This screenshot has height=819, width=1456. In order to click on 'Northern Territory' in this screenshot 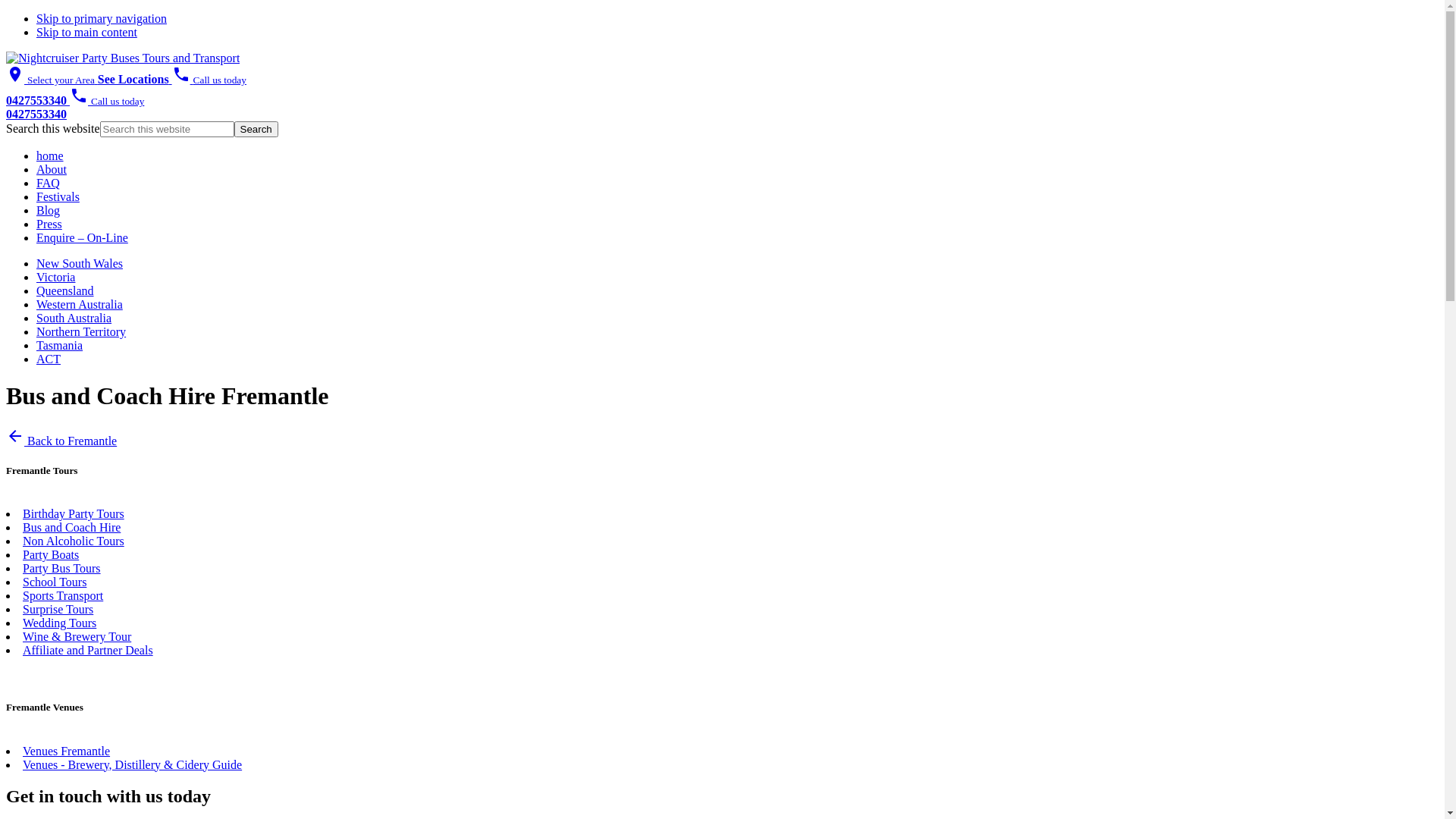, I will do `click(80, 331)`.